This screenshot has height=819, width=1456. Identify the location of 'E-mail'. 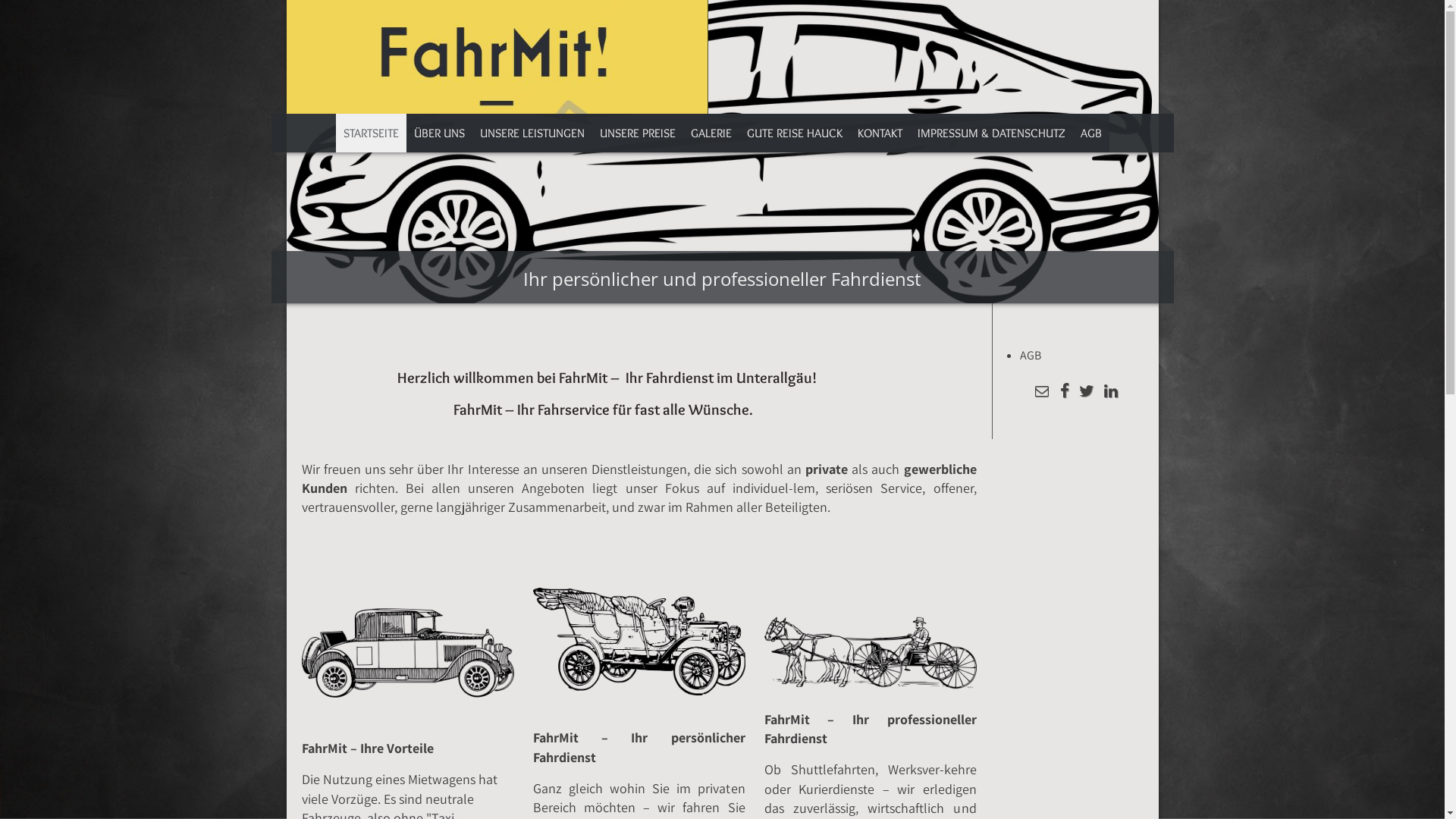
(1040, 391).